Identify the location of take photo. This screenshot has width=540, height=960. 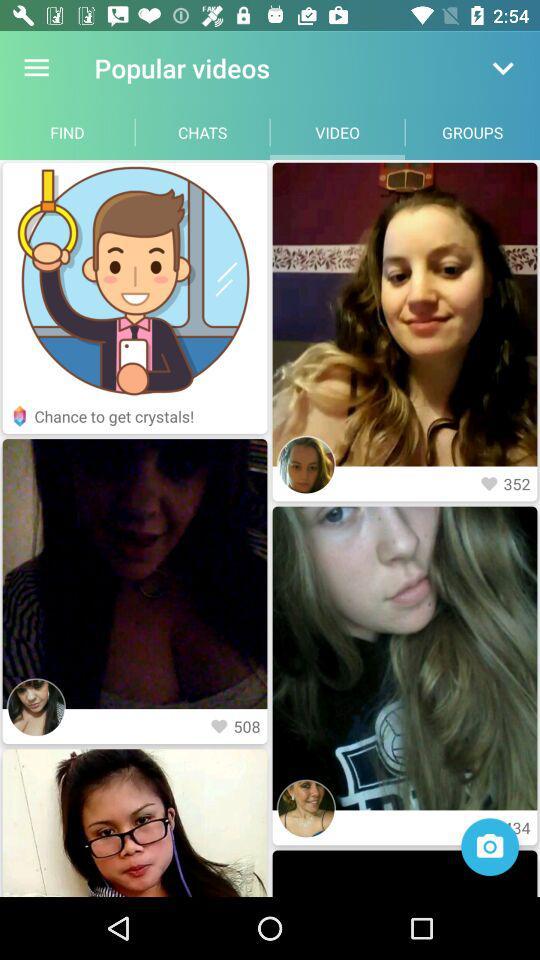
(489, 846).